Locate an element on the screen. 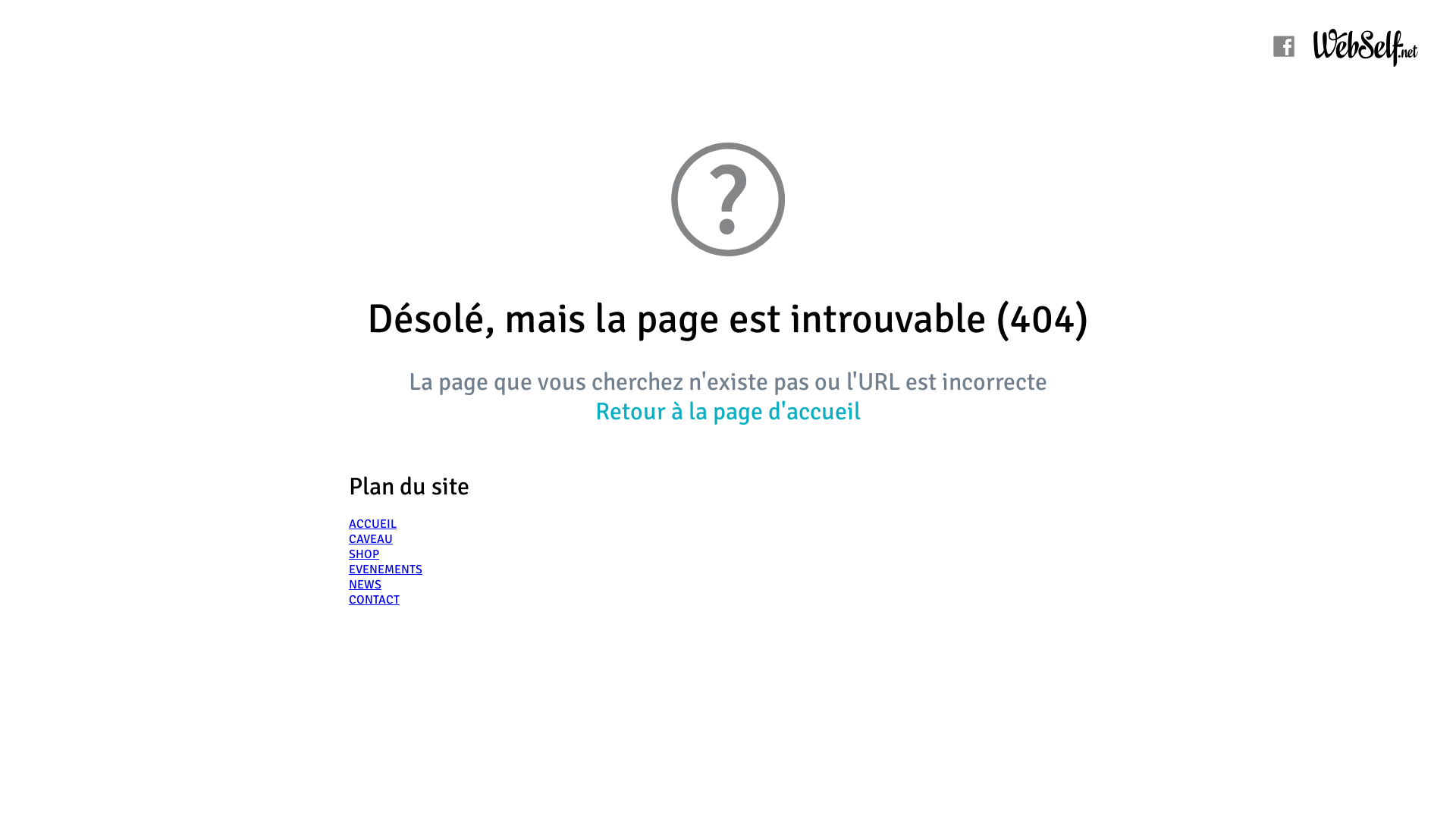 This screenshot has height=819, width=1456. 'NEWS' is located at coordinates (365, 584).